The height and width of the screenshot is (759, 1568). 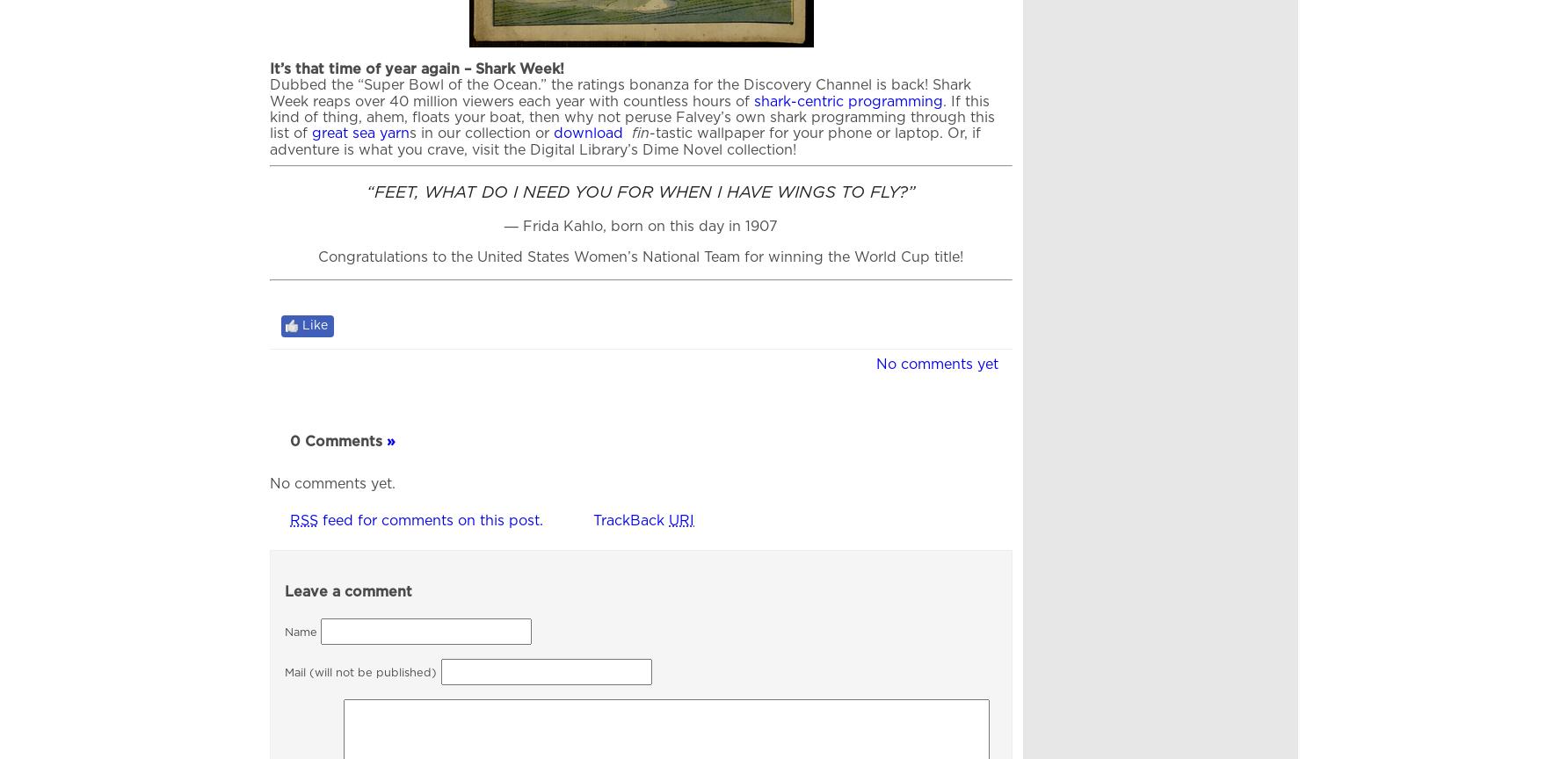 I want to click on 'feed for comments on this post.', so click(x=431, y=519).